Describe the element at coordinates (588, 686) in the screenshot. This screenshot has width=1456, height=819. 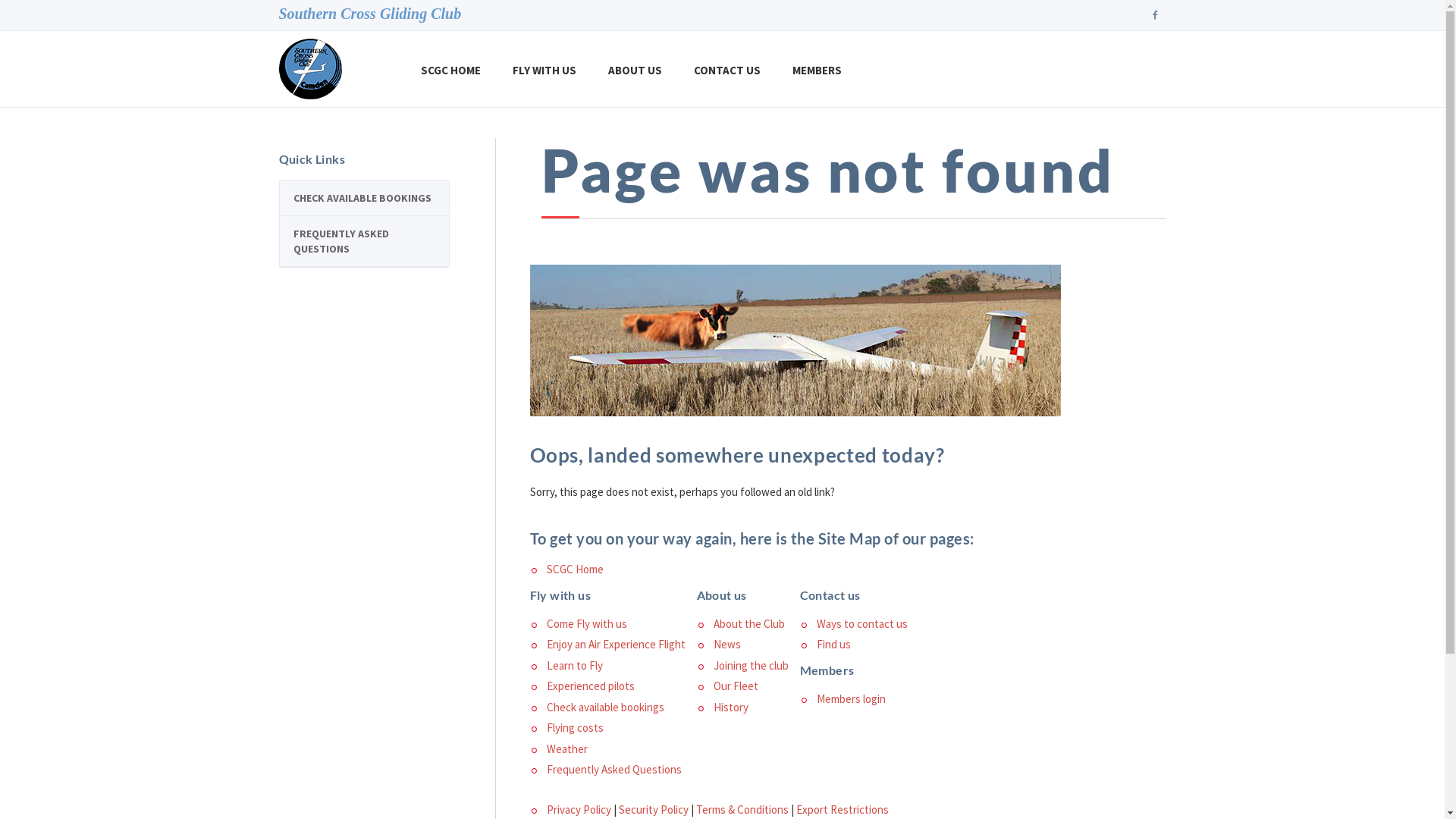
I see `'Experienced pilots'` at that location.